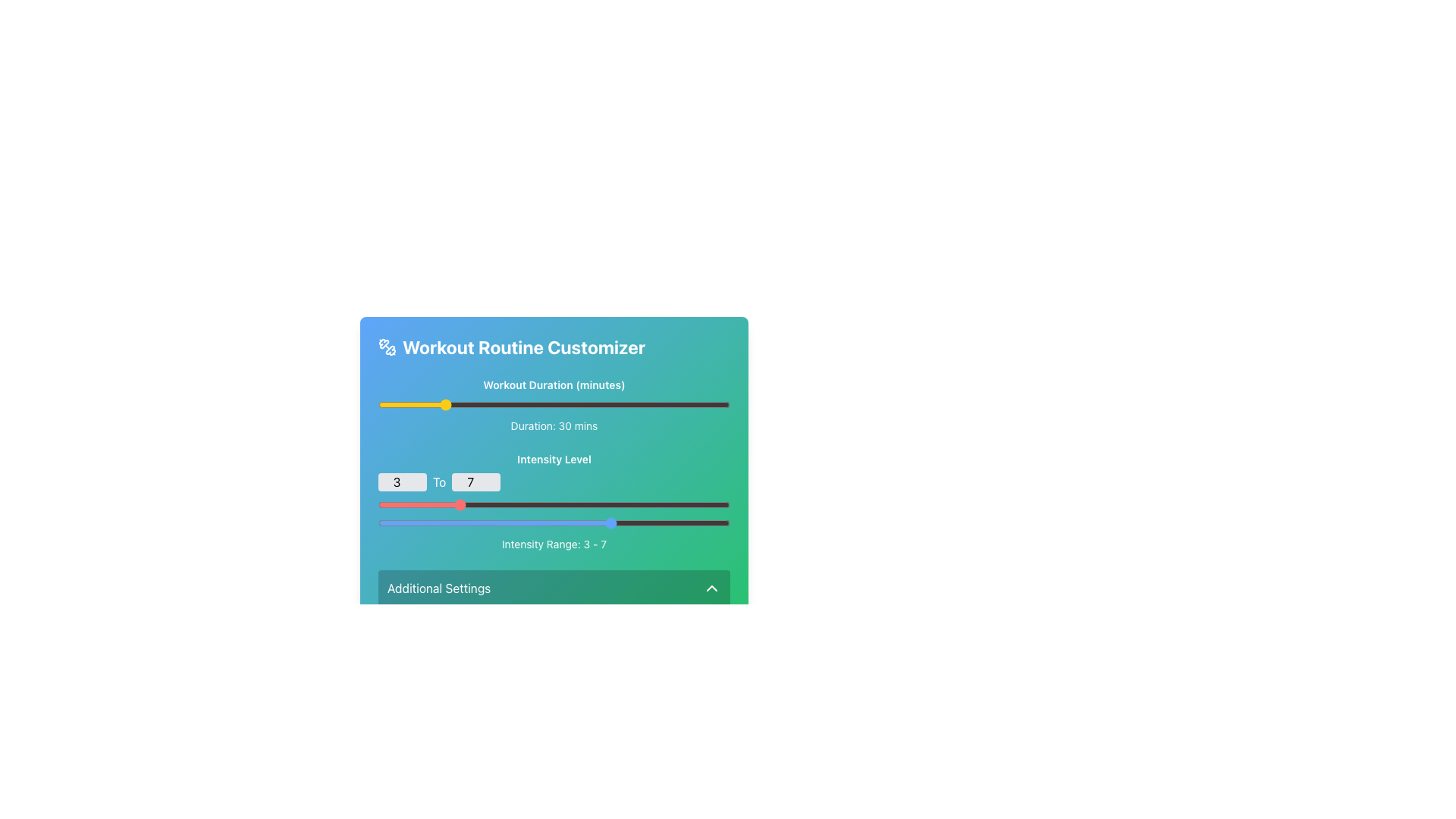 The width and height of the screenshot is (1456, 819). I want to click on workout duration, so click(678, 403).